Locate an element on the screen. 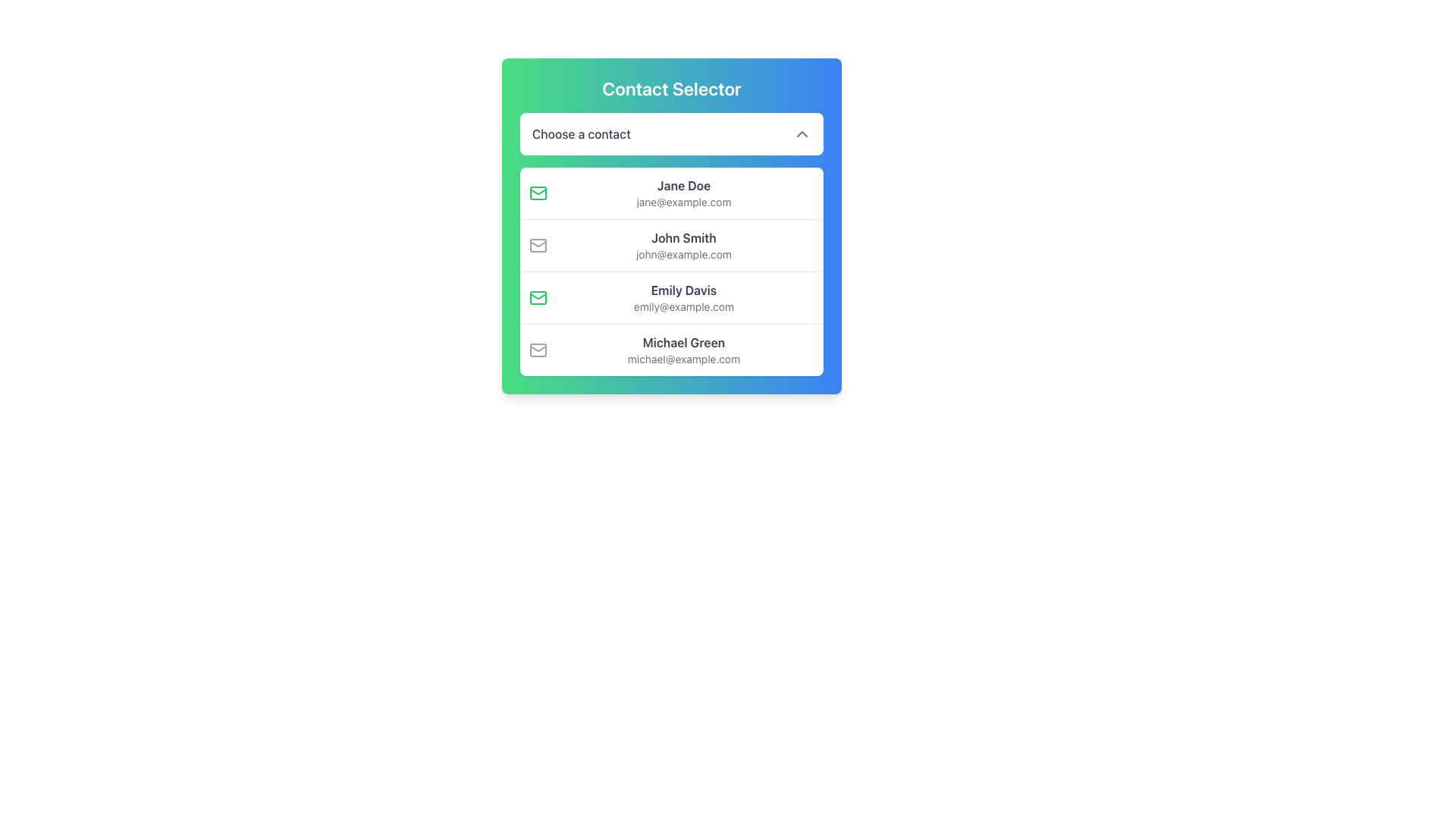 The image size is (1456, 819). the email contact icon located to the left of 'Michael Green' in the fourth row of the contact list is located at coordinates (538, 350).